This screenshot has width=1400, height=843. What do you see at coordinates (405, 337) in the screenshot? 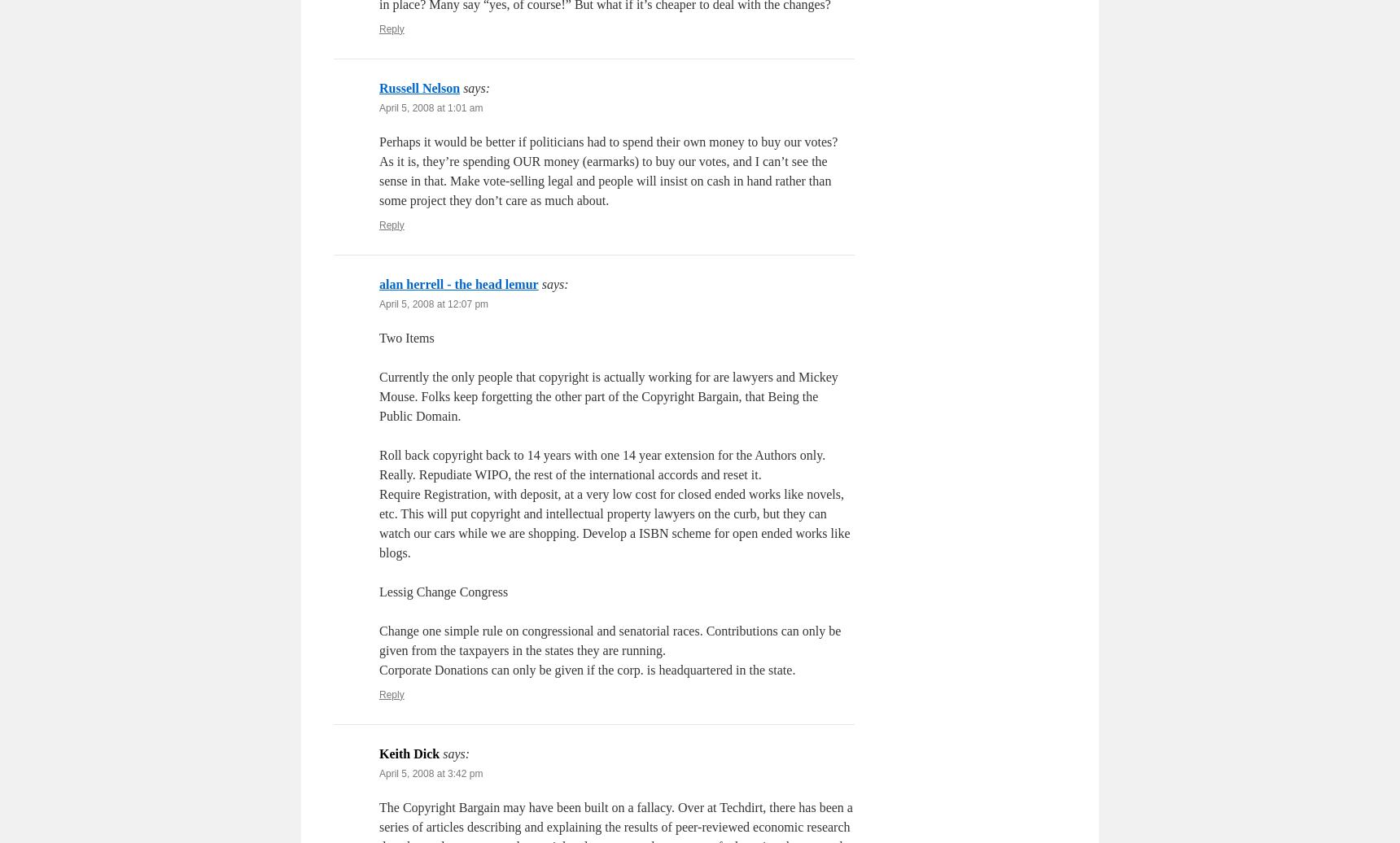
I see `'Two Items'` at bounding box center [405, 337].